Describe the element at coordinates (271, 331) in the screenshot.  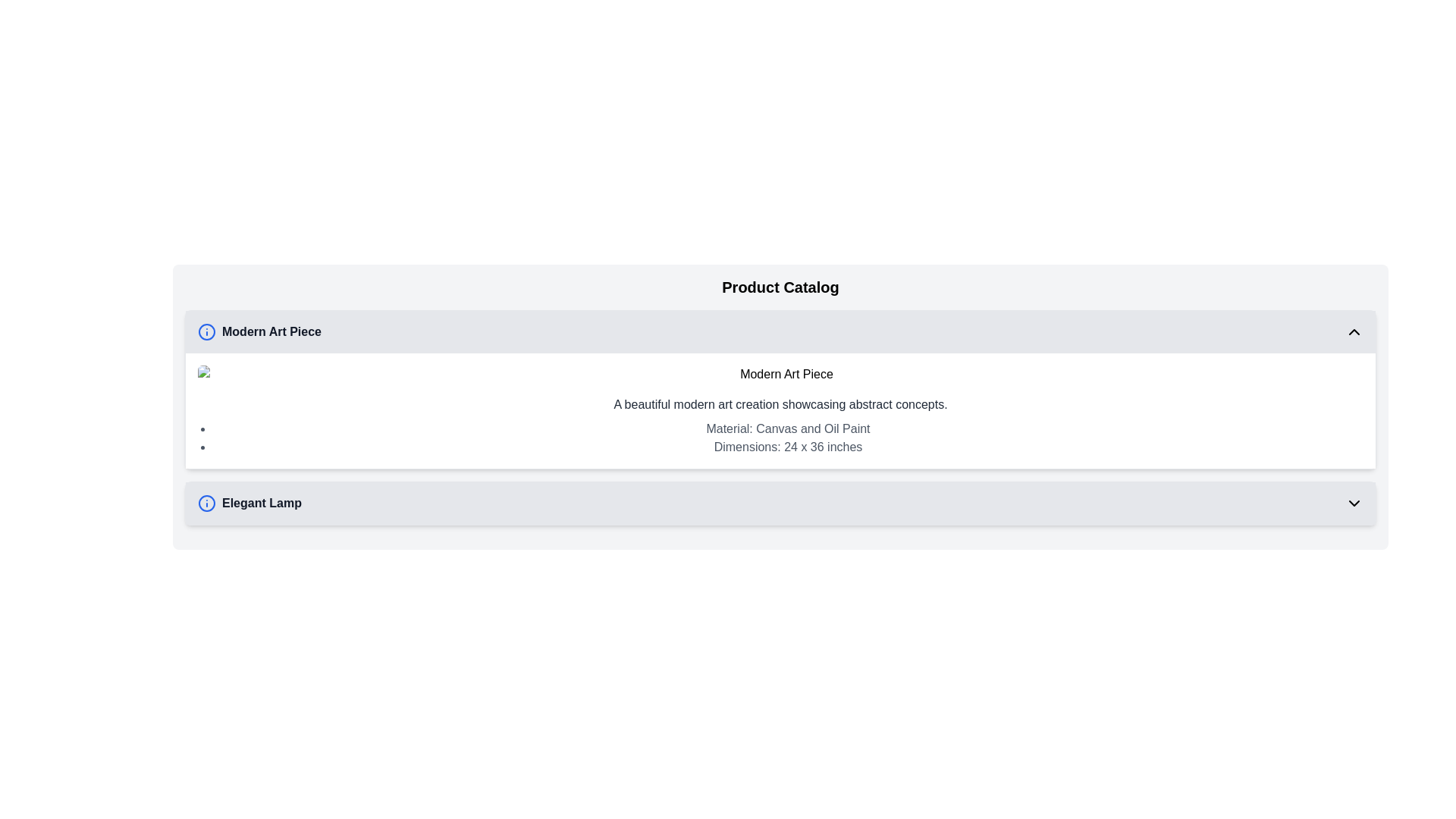
I see `the Text Label displaying 'Modern Art Piece' in bold dark gray font located under 'Product Catalog'` at that location.